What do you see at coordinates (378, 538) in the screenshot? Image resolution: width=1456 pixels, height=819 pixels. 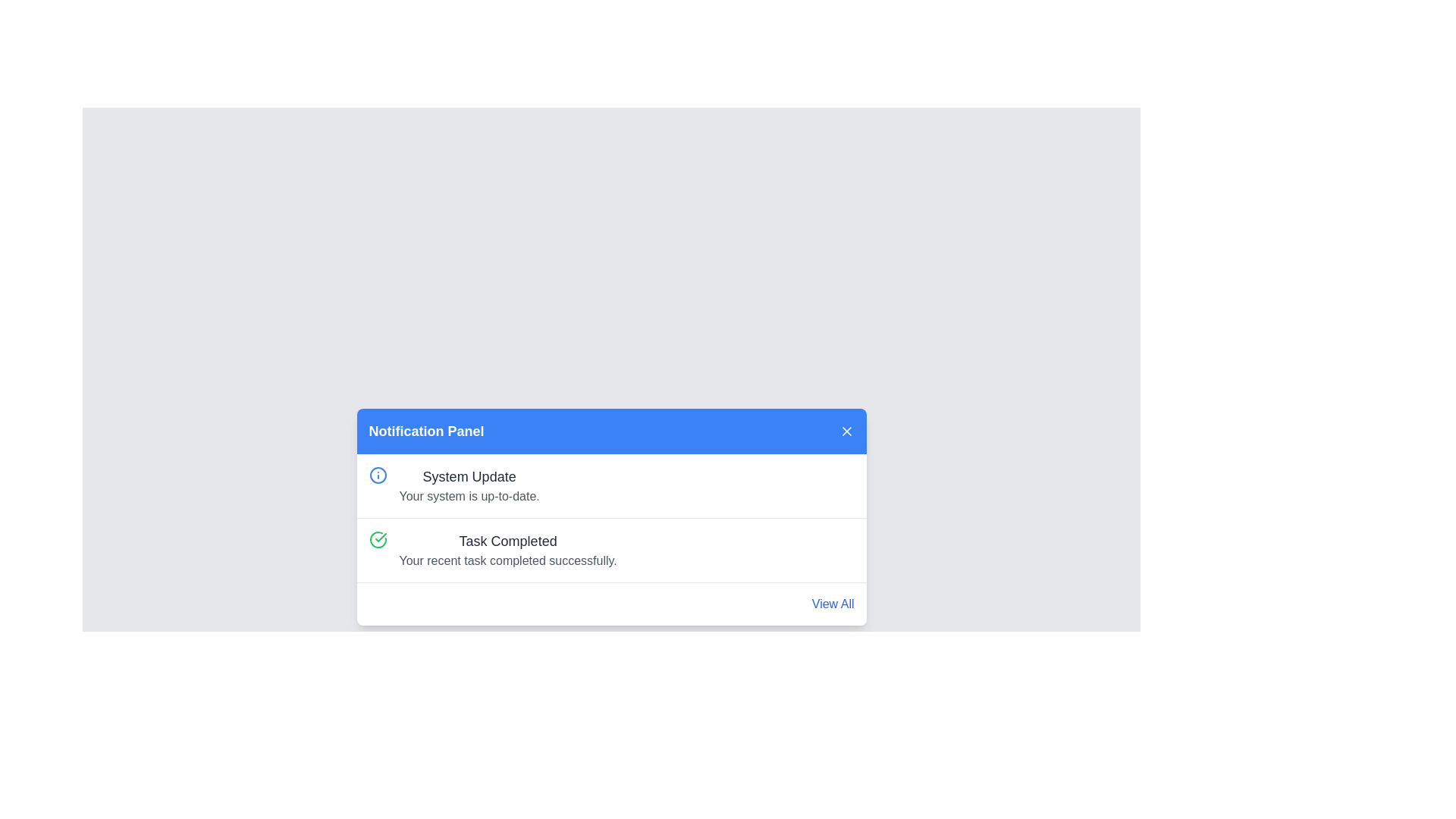 I see `the circular graphic element styled in green, which serves as a status indicator for 'Task Completed' in the Notification Panel` at bounding box center [378, 538].